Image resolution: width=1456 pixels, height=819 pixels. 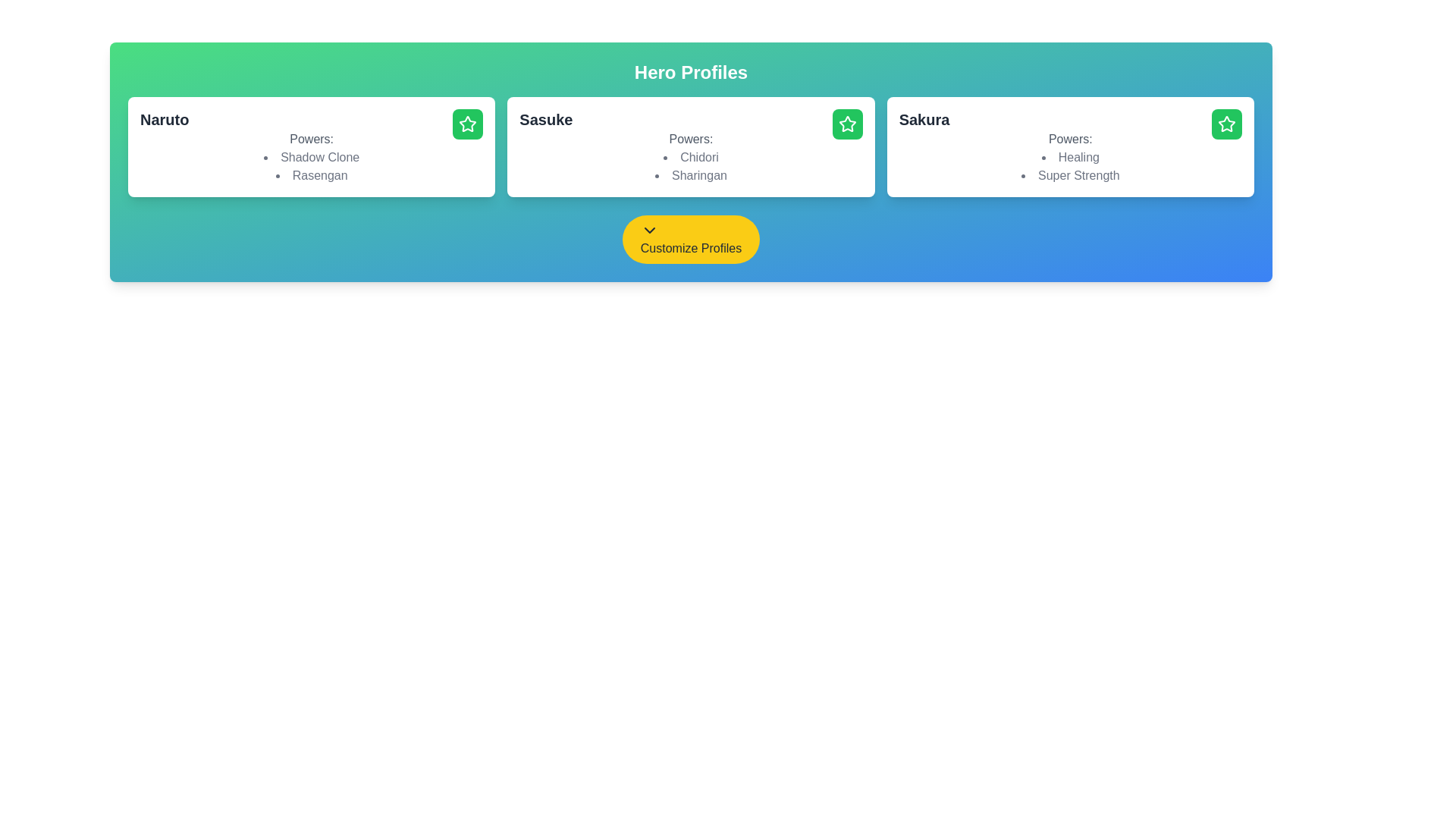 I want to click on the circular button with a green background and a white star icon located in the top-right corner of the 'Sakura' card to interact, so click(x=1226, y=124).